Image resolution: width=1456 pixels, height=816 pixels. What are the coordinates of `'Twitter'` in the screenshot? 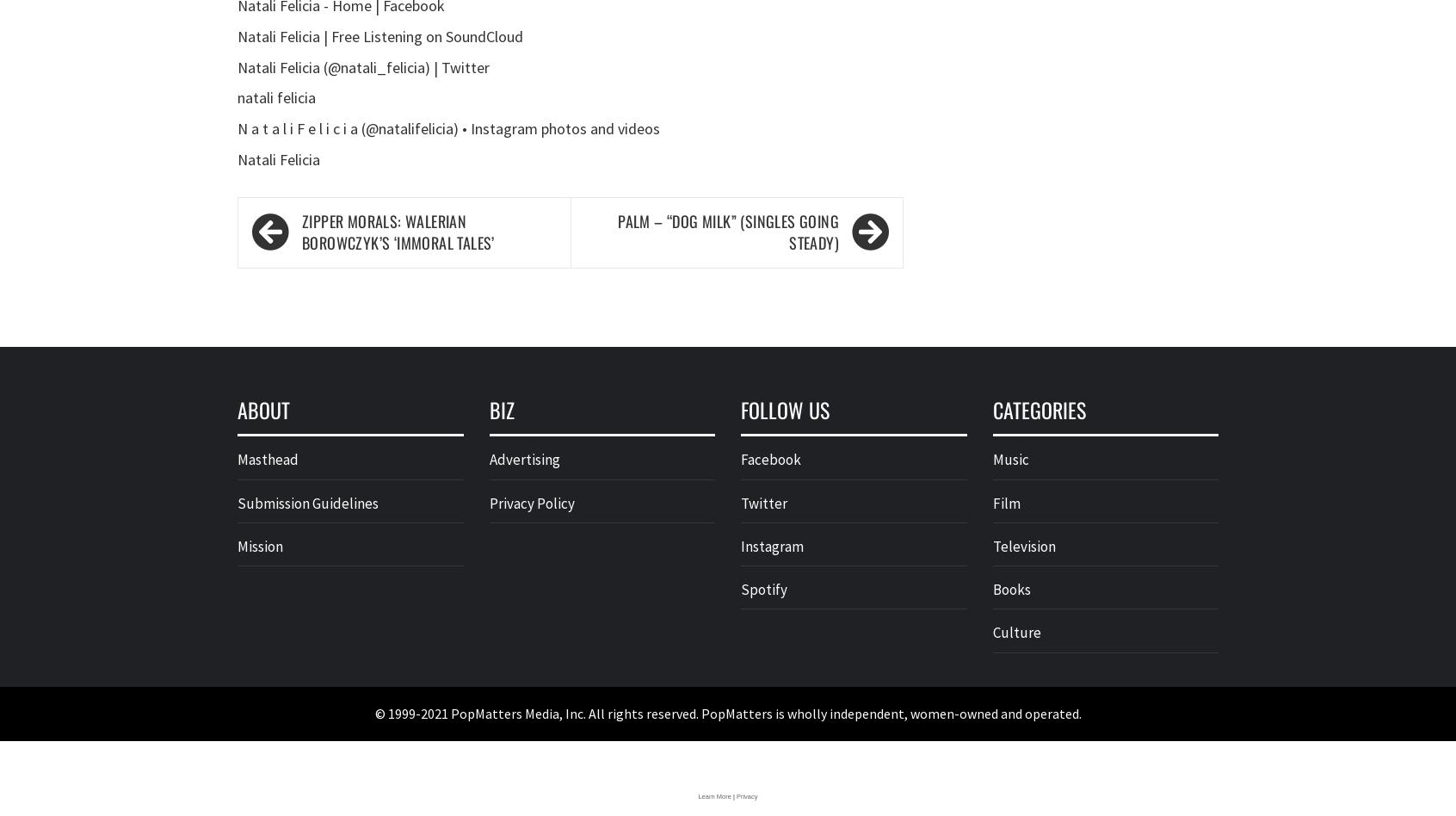 It's located at (762, 502).